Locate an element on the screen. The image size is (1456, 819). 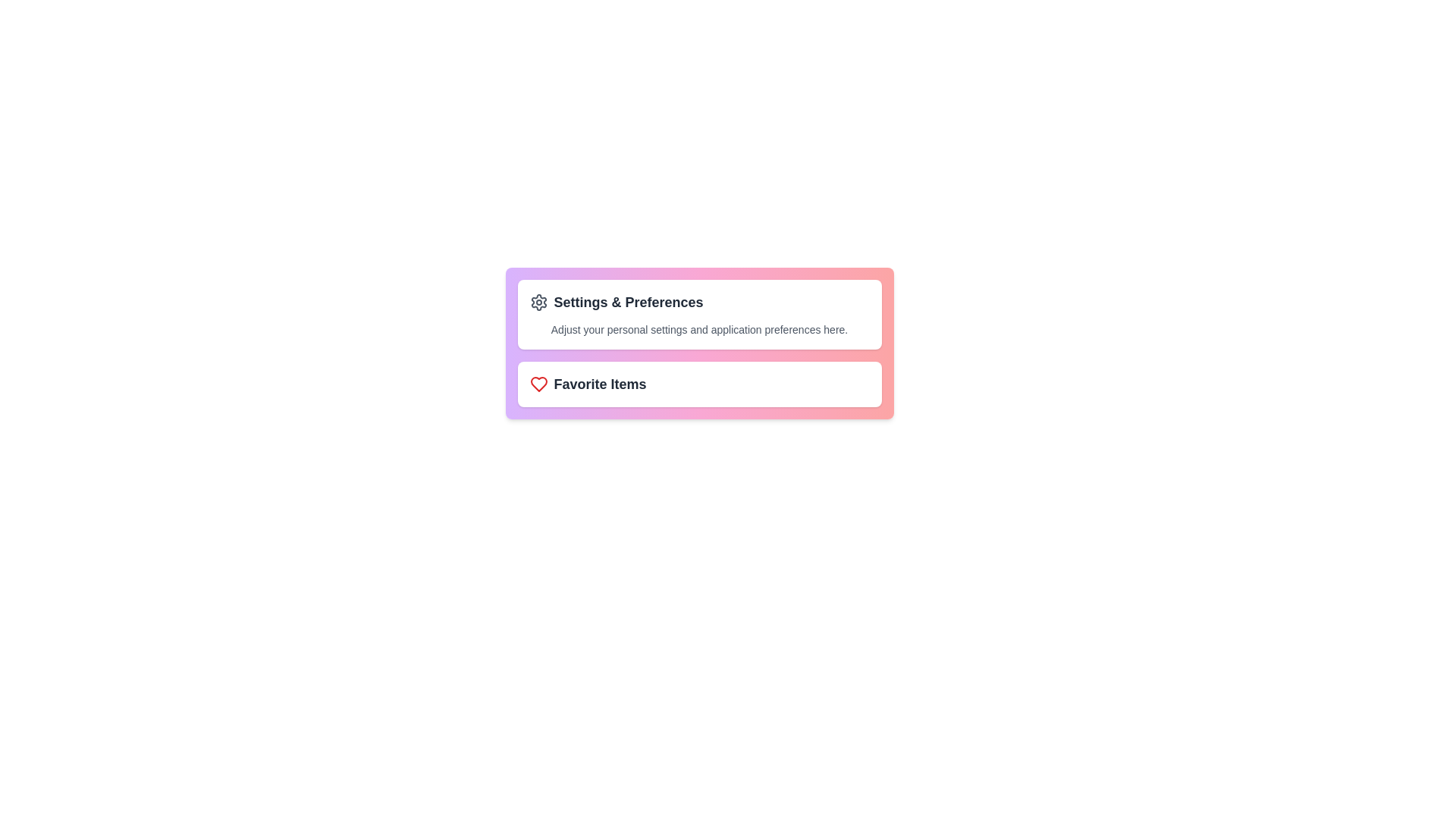
the 'like' or 'favorite' icon located in the 'Favorite Items' section, positioned to the left of the text 'Favorite Items' is located at coordinates (538, 383).